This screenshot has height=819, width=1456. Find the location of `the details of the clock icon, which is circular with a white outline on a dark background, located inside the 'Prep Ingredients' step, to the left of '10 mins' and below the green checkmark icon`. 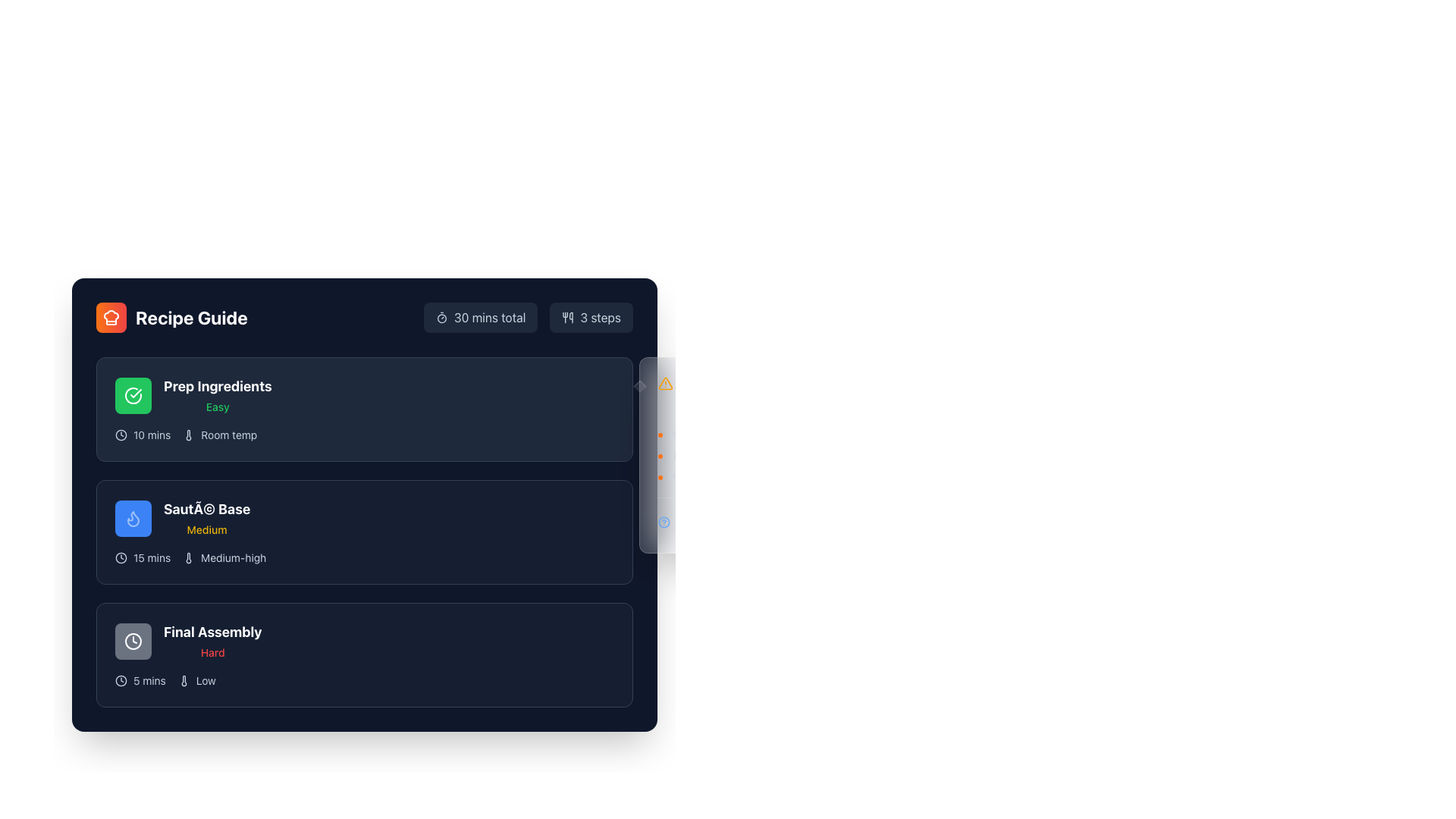

the details of the clock icon, which is circular with a white outline on a dark background, located inside the 'Prep Ingredients' step, to the left of '10 mins' and below the green checkmark icon is located at coordinates (120, 435).